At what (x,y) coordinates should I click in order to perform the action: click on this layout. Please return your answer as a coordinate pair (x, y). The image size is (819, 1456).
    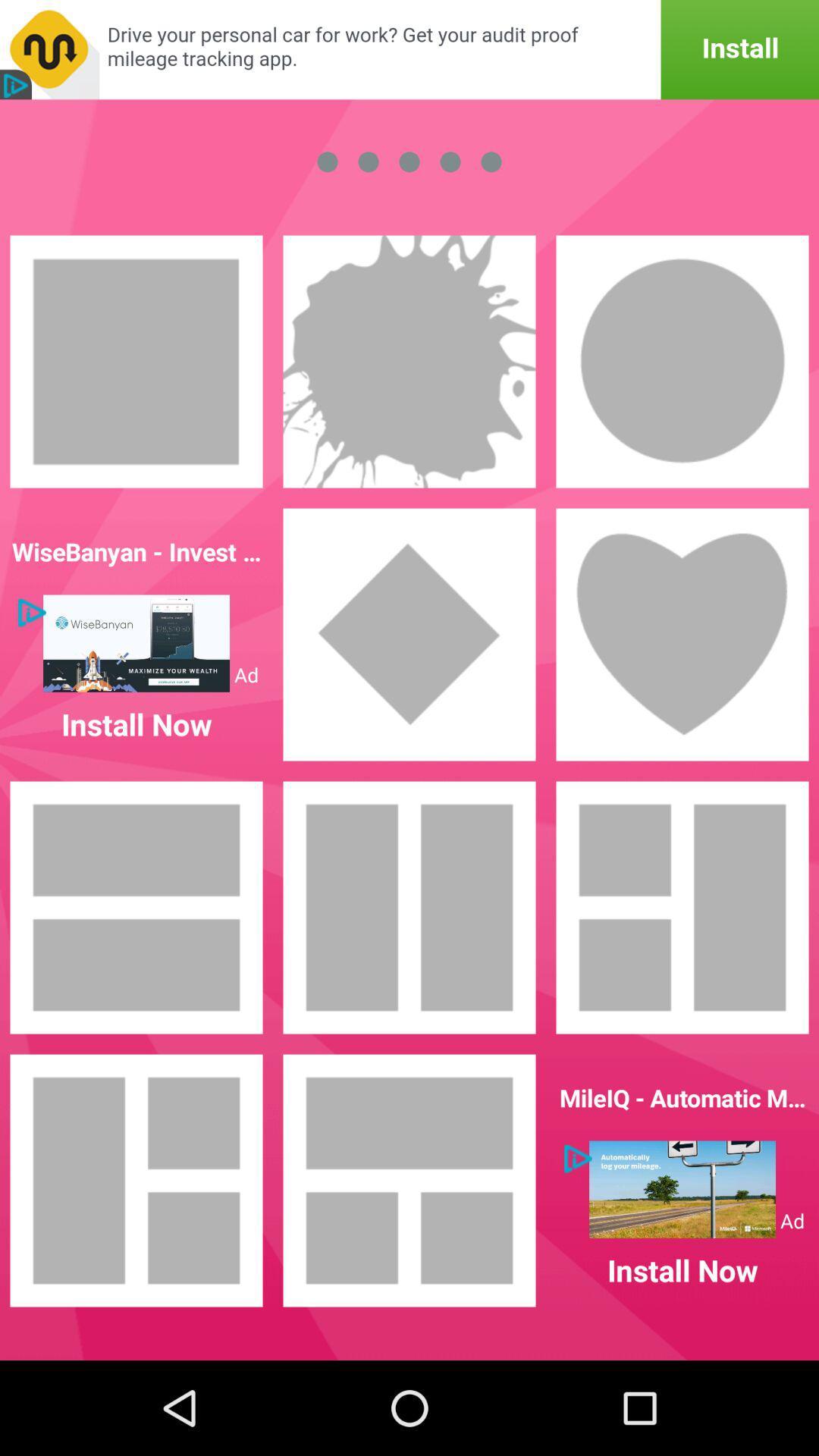
    Looking at the image, I should click on (409, 1179).